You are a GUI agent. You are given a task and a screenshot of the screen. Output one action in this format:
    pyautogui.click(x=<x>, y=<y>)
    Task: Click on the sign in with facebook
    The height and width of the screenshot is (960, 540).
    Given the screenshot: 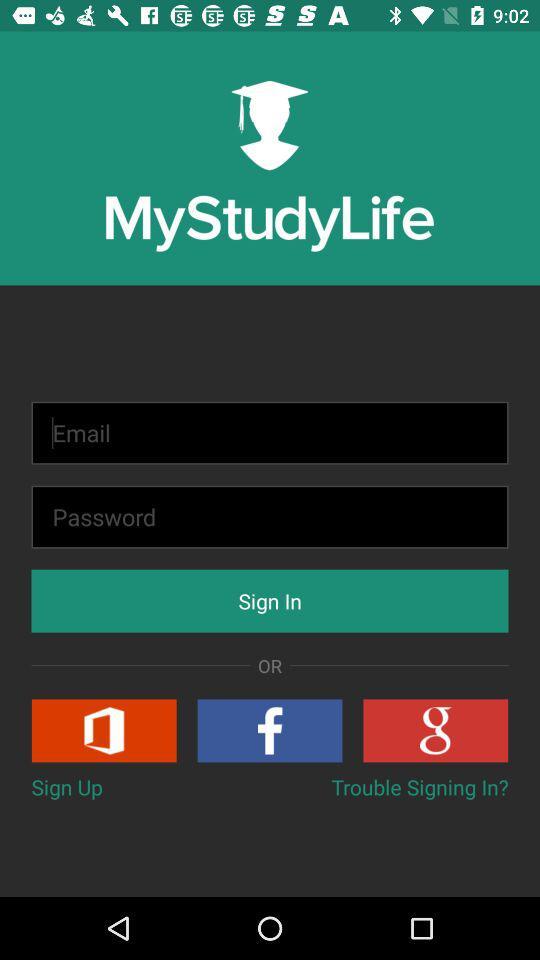 What is the action you would take?
    pyautogui.click(x=270, y=729)
    